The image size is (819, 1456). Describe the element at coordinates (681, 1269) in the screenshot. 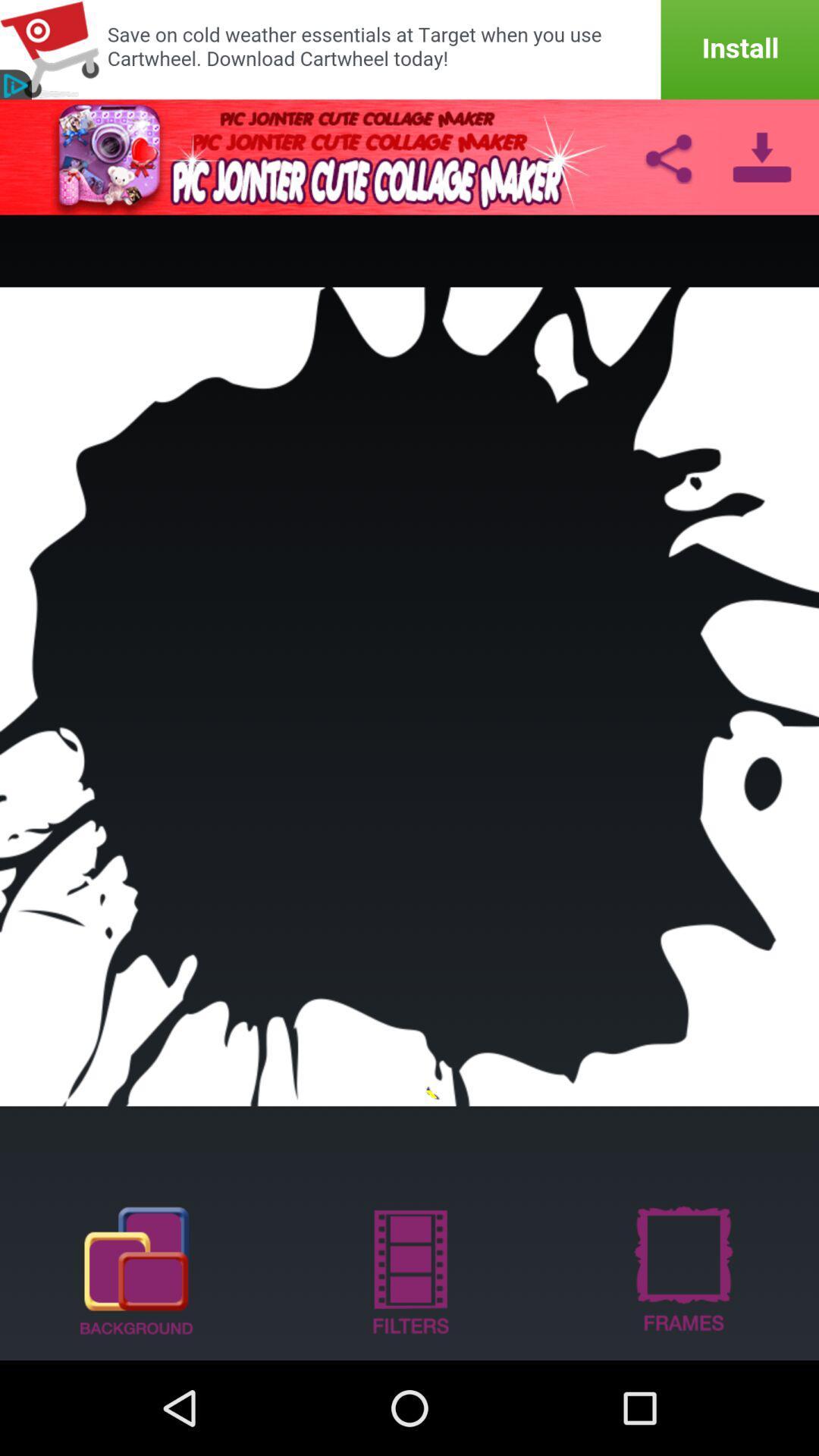

I see `frames menu` at that location.